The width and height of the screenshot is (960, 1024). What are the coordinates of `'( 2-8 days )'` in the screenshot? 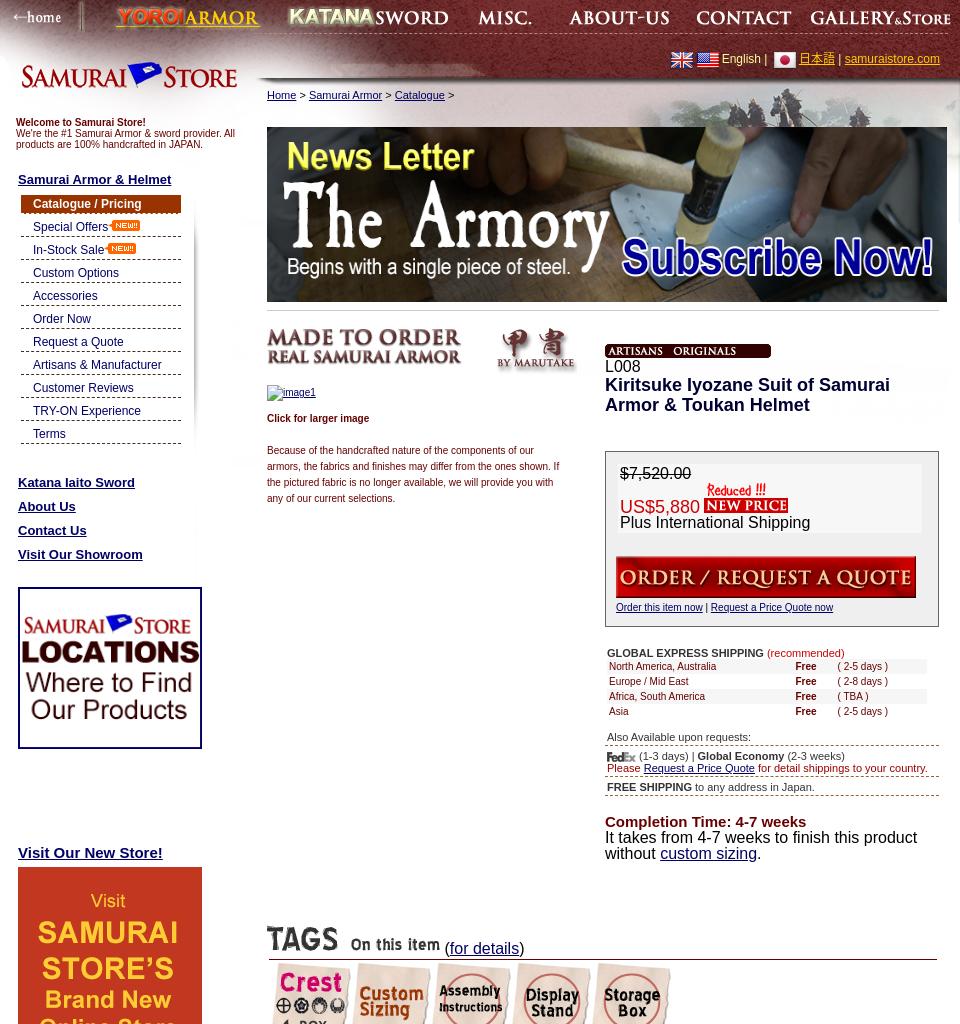 It's located at (861, 680).